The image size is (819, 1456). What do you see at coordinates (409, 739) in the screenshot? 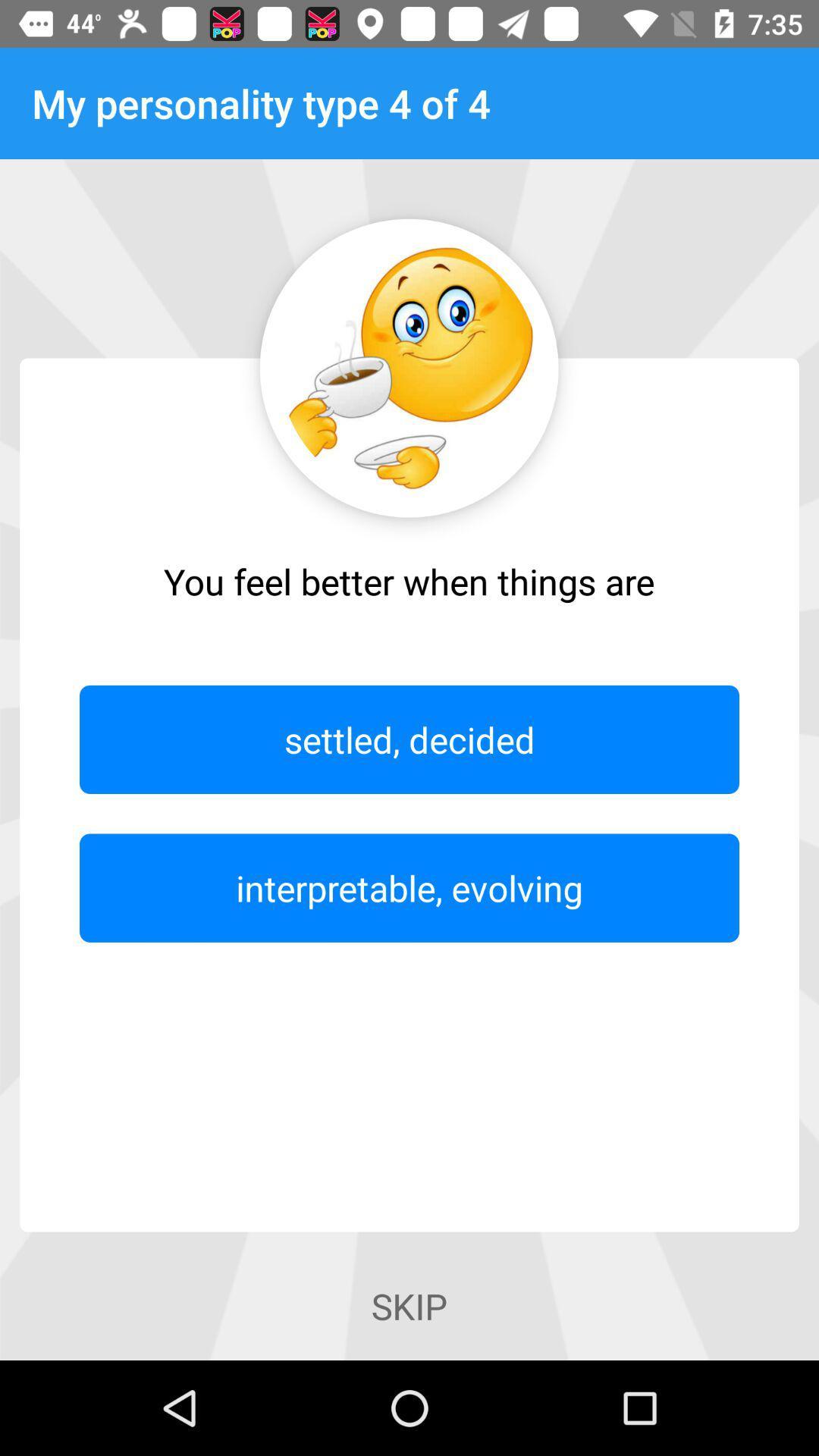
I see `icon above interpretable, evolving item` at bounding box center [409, 739].